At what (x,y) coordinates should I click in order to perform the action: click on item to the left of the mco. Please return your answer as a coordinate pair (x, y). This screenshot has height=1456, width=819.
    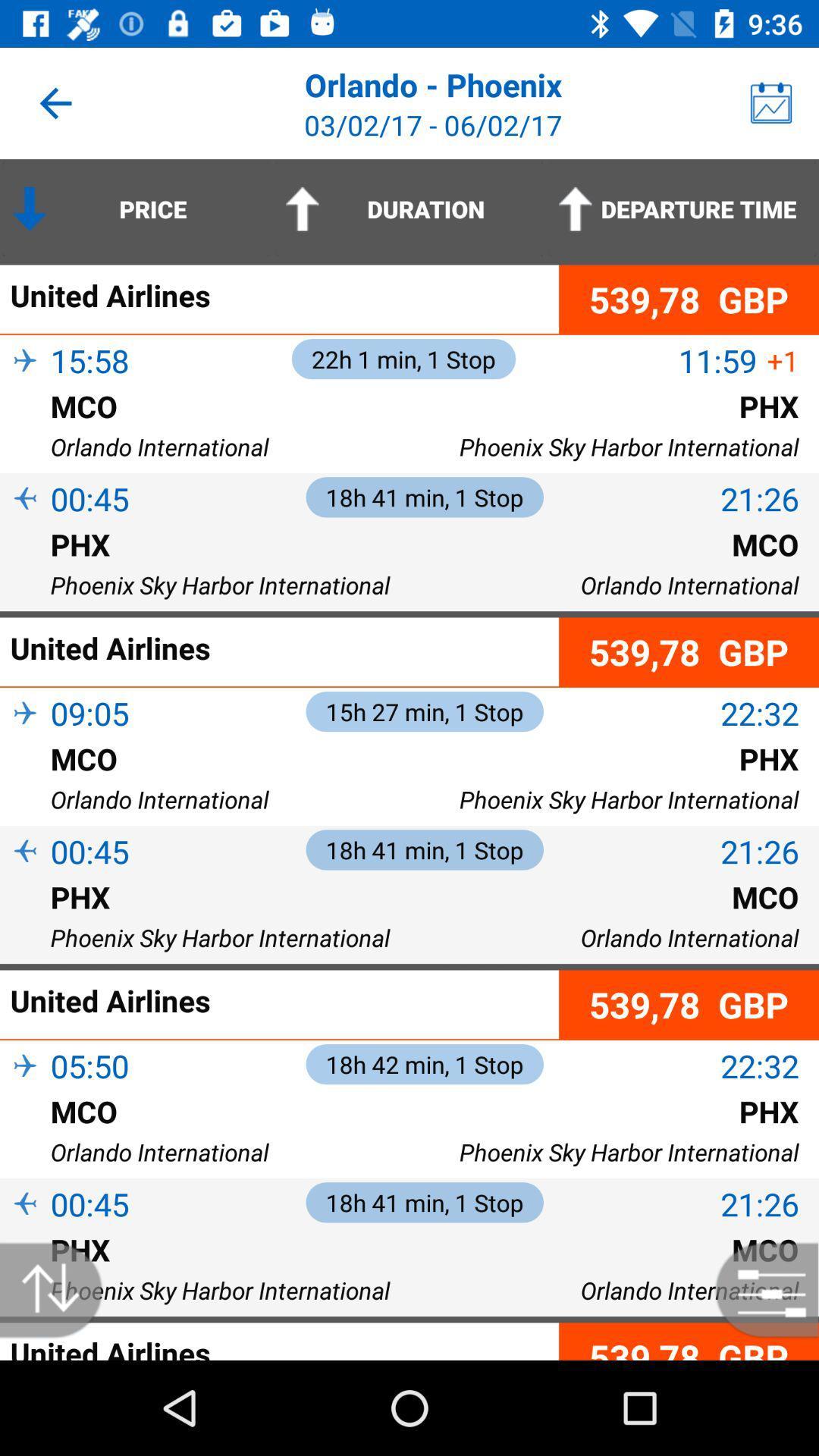
    Looking at the image, I should click on (25, 1136).